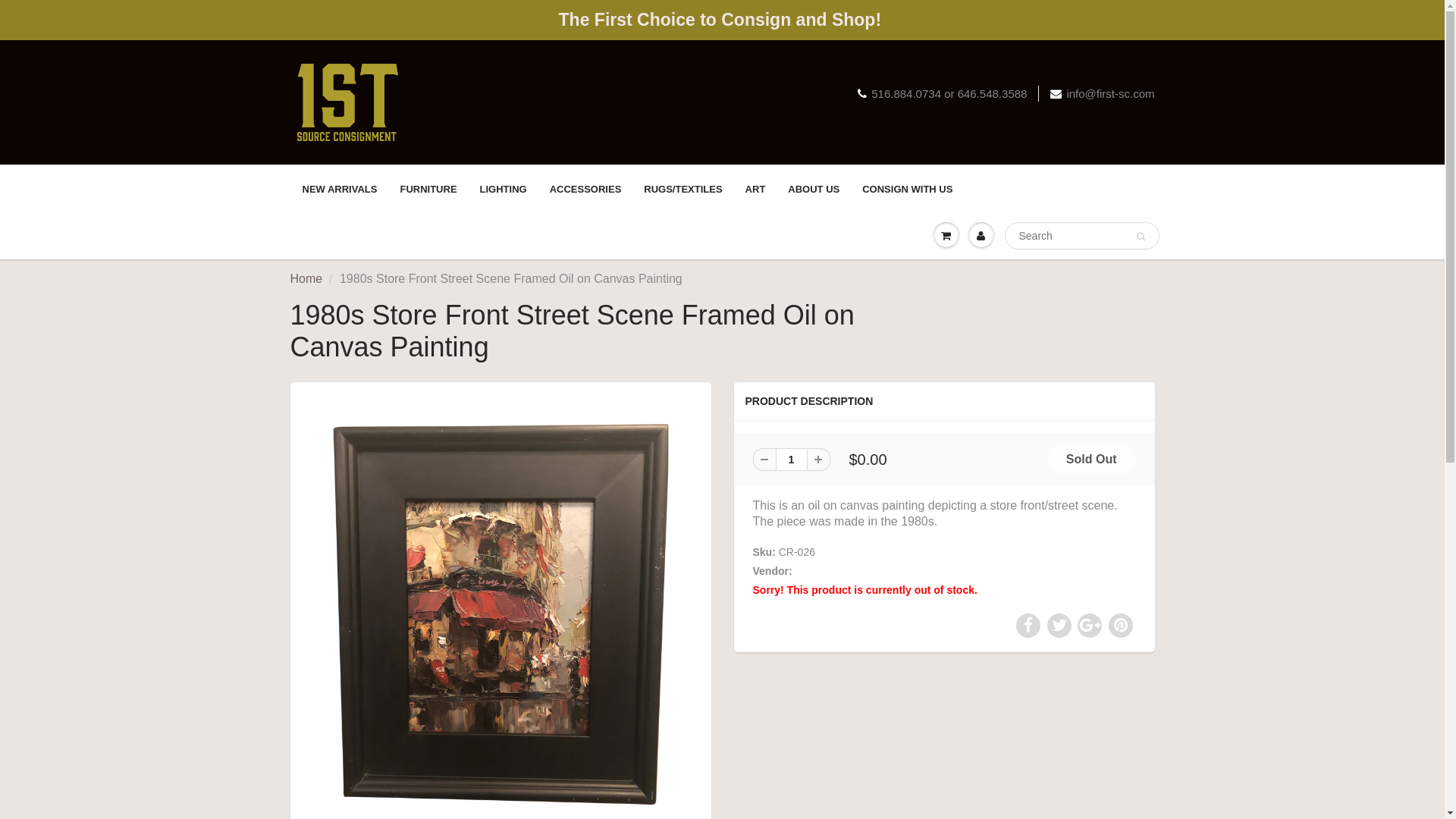  What do you see at coordinates (1050, 93) in the screenshot?
I see `'info@first-sc.com'` at bounding box center [1050, 93].